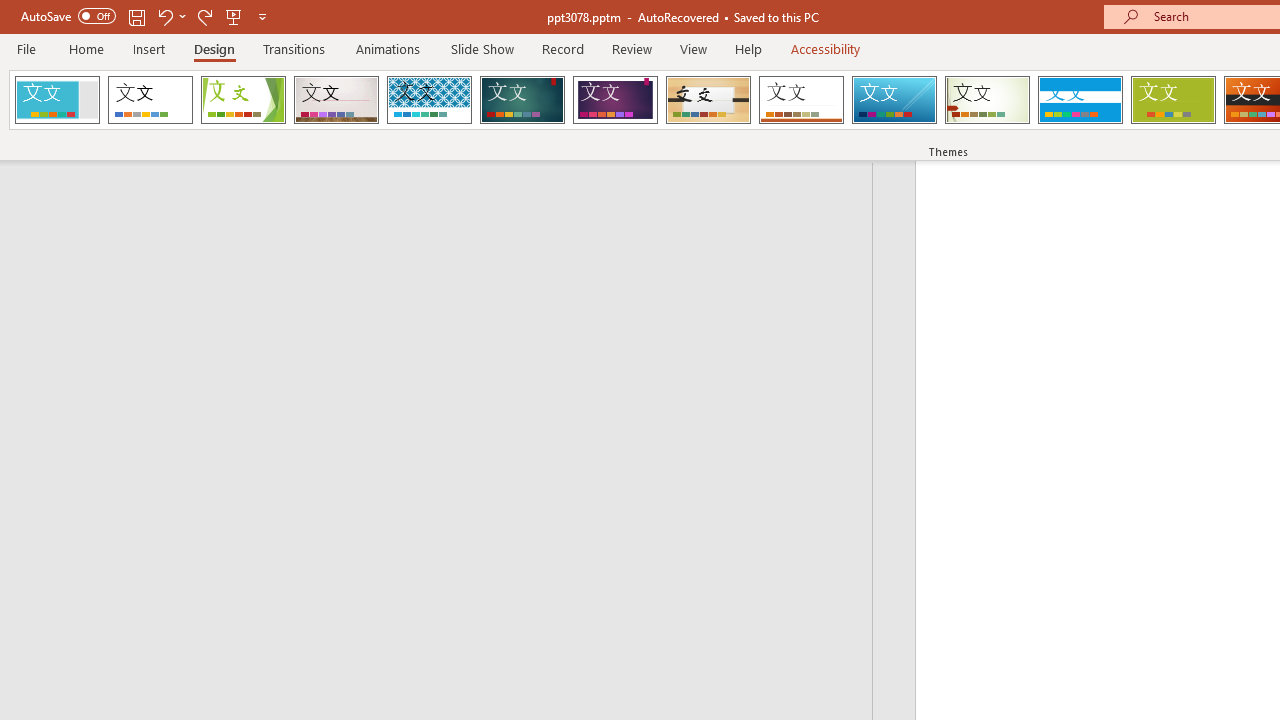 This screenshot has height=720, width=1280. What do you see at coordinates (893, 100) in the screenshot?
I see `'Slice'` at bounding box center [893, 100].